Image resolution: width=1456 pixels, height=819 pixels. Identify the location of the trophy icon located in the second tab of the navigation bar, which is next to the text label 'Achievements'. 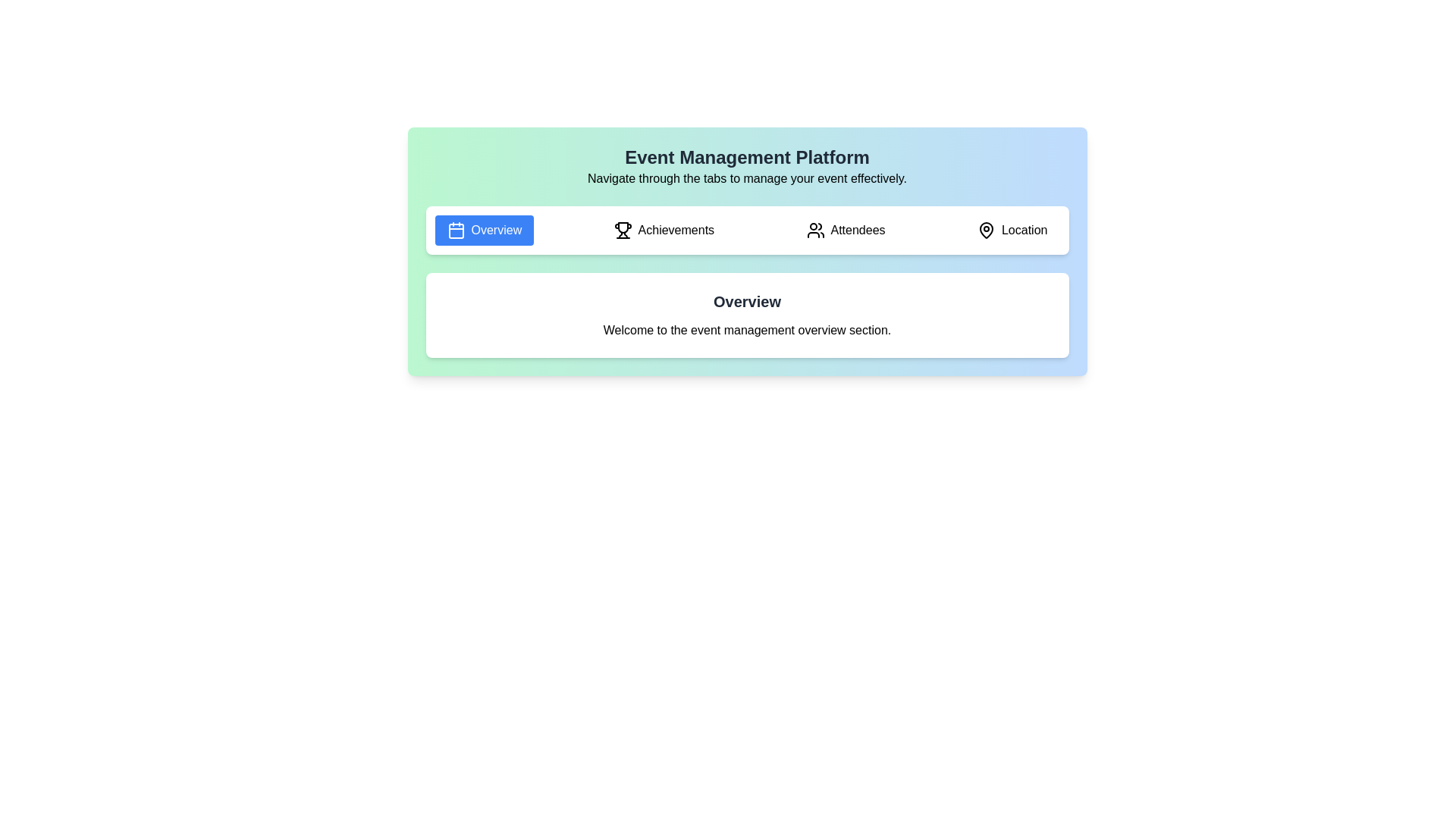
(623, 231).